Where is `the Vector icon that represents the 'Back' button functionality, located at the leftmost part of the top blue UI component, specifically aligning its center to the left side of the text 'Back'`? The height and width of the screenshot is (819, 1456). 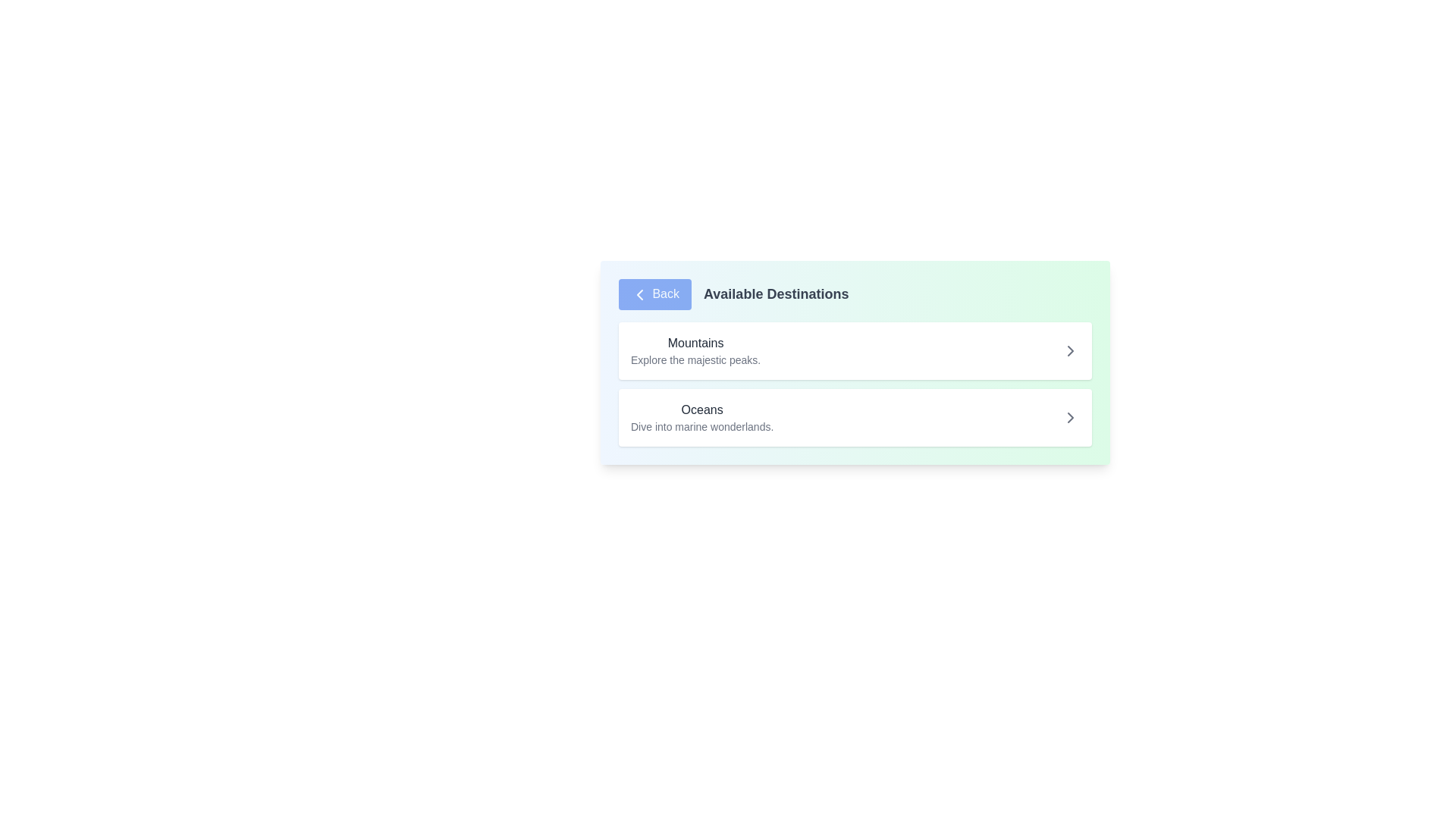
the Vector icon that represents the 'Back' button functionality, located at the leftmost part of the top blue UI component, specifically aligning its center to the left side of the text 'Back' is located at coordinates (640, 294).